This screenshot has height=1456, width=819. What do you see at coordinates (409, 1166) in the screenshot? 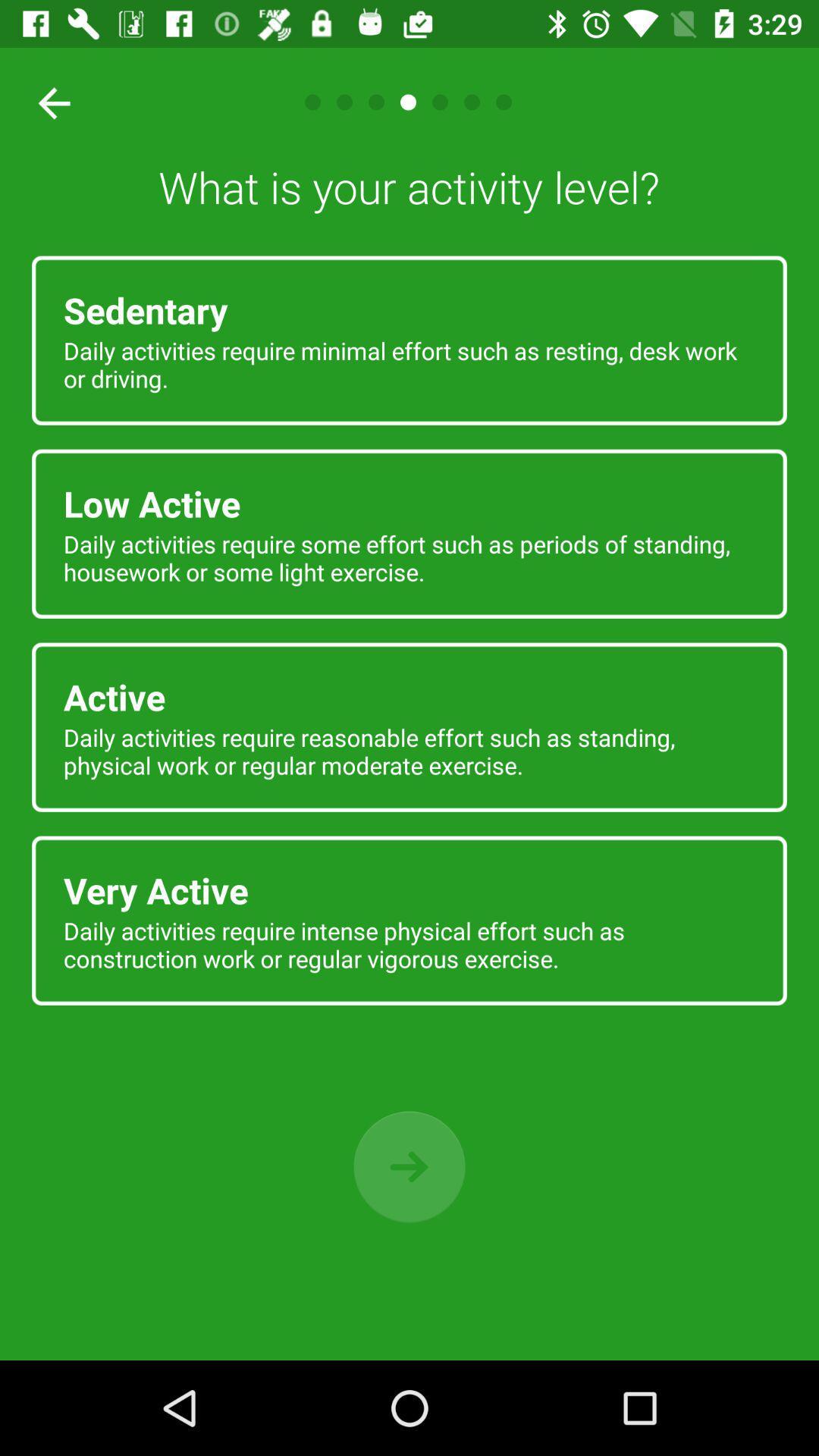
I see `go back` at bounding box center [409, 1166].